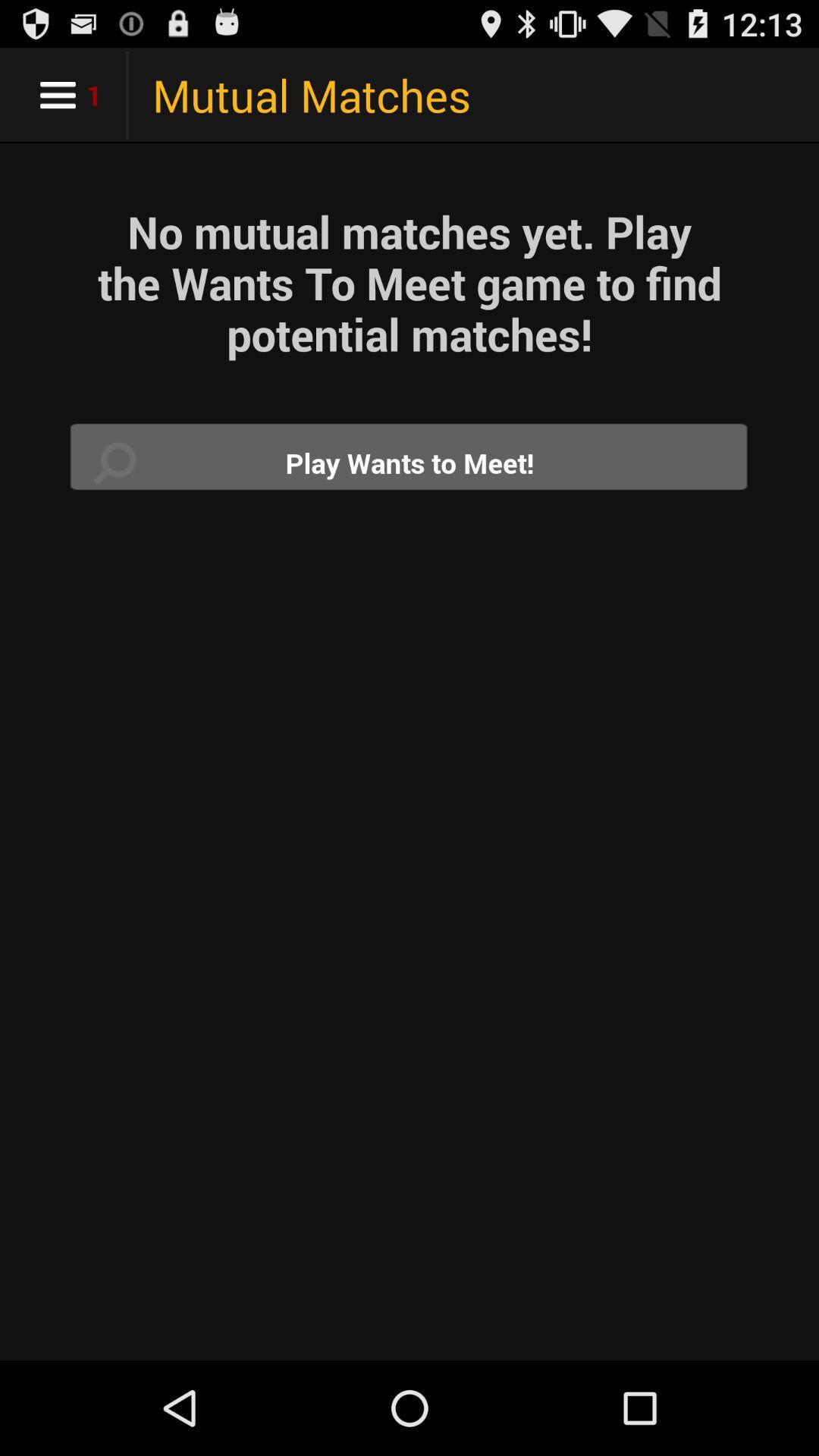  What do you see at coordinates (409, 462) in the screenshot?
I see `search for match` at bounding box center [409, 462].